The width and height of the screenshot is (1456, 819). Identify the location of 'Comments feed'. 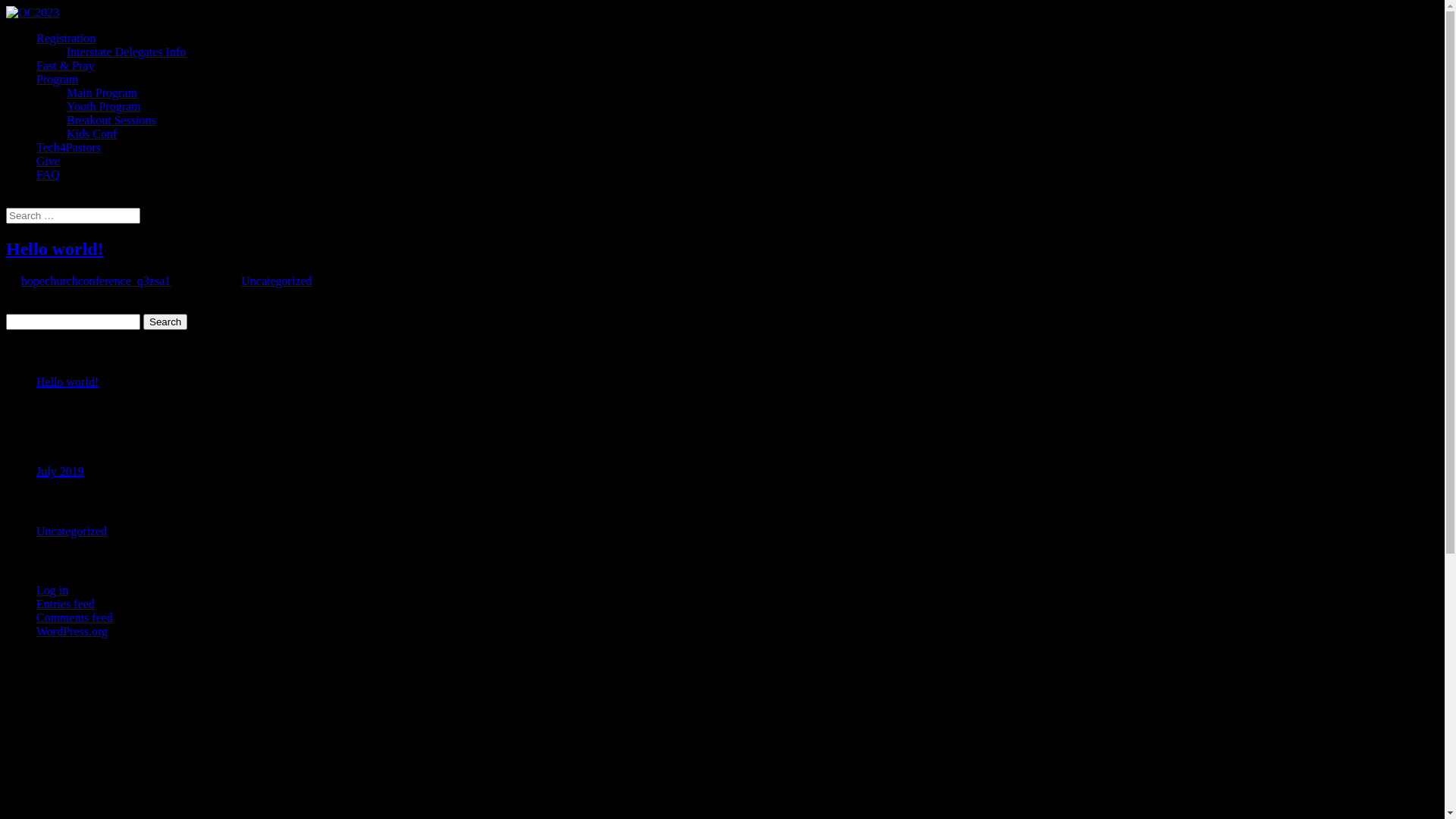
(36, 617).